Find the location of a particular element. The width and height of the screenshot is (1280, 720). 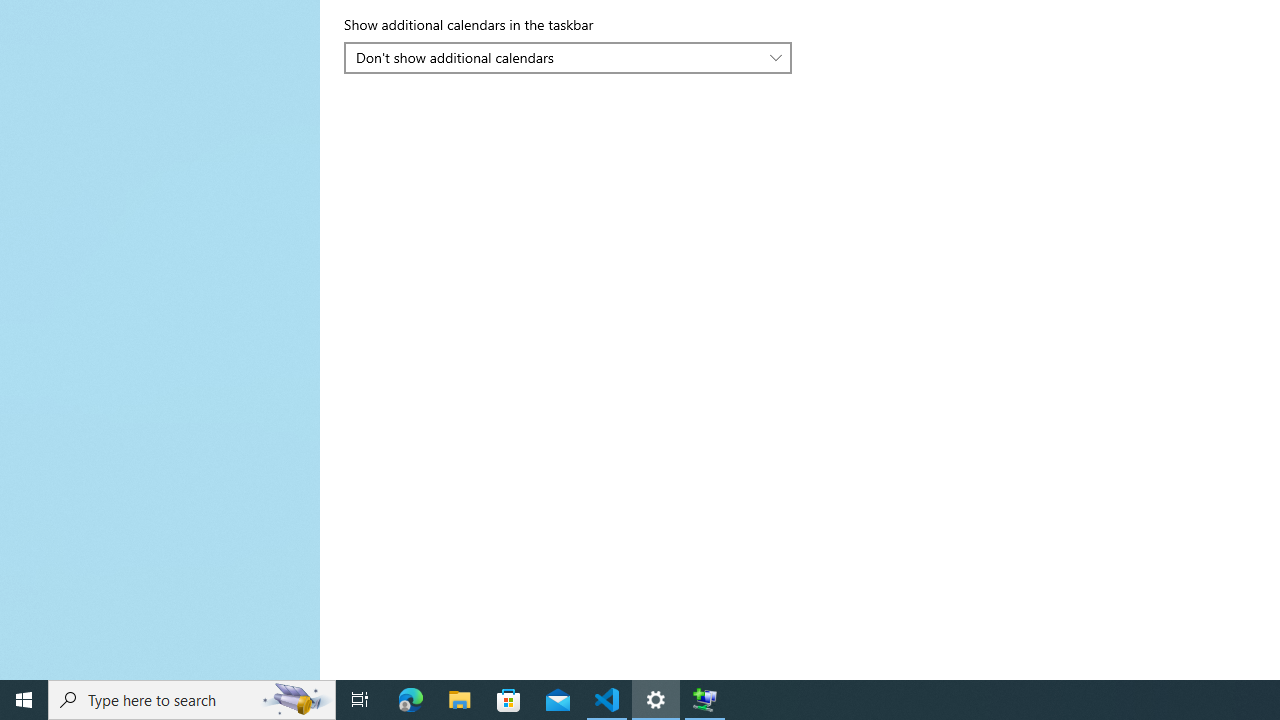

'Don' is located at coordinates (558, 56).